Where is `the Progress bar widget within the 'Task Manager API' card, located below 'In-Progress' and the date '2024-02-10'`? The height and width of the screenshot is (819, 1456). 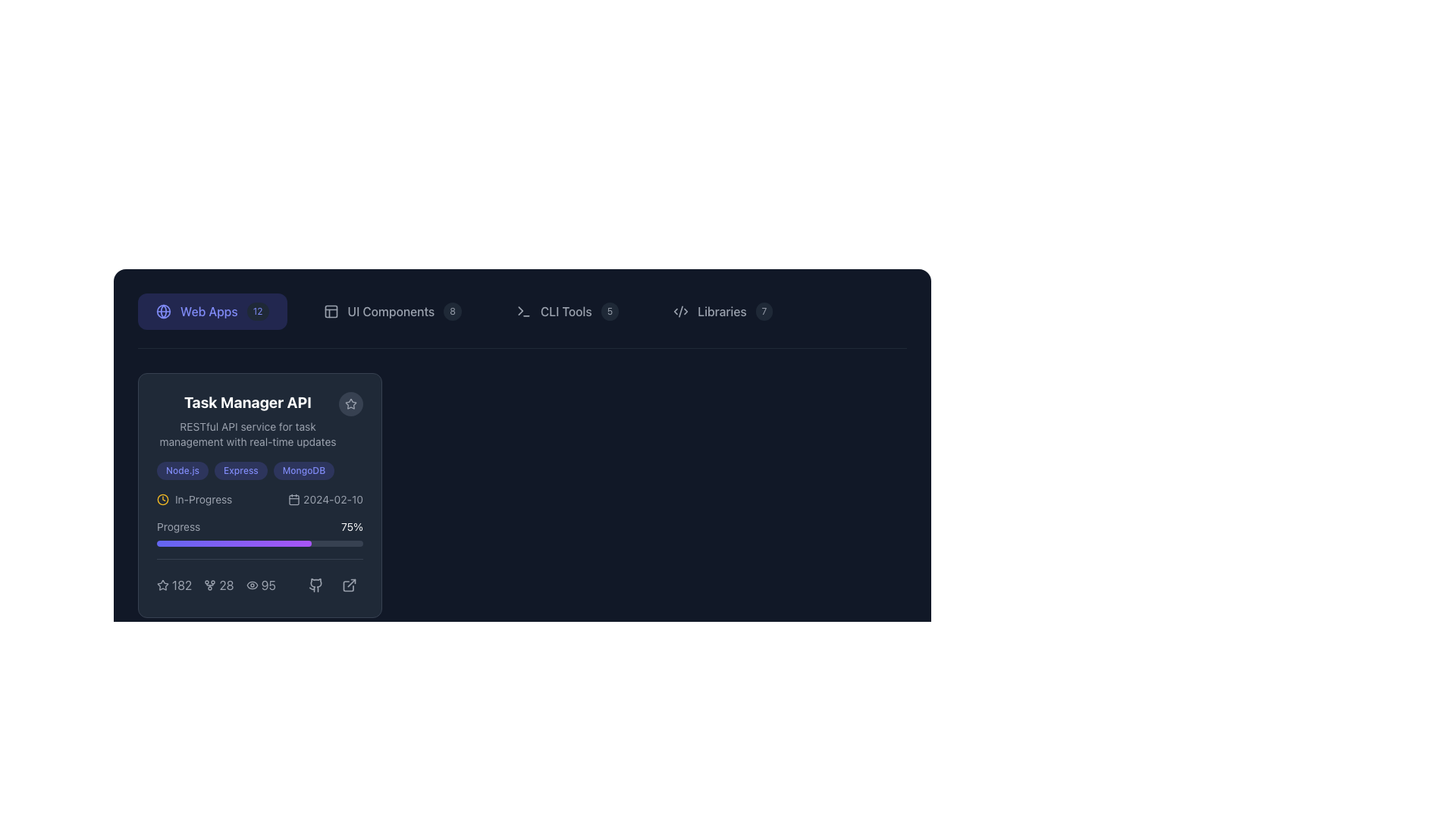 the Progress bar widget within the 'Task Manager API' card, located below 'In-Progress' and the date '2024-02-10' is located at coordinates (259, 532).